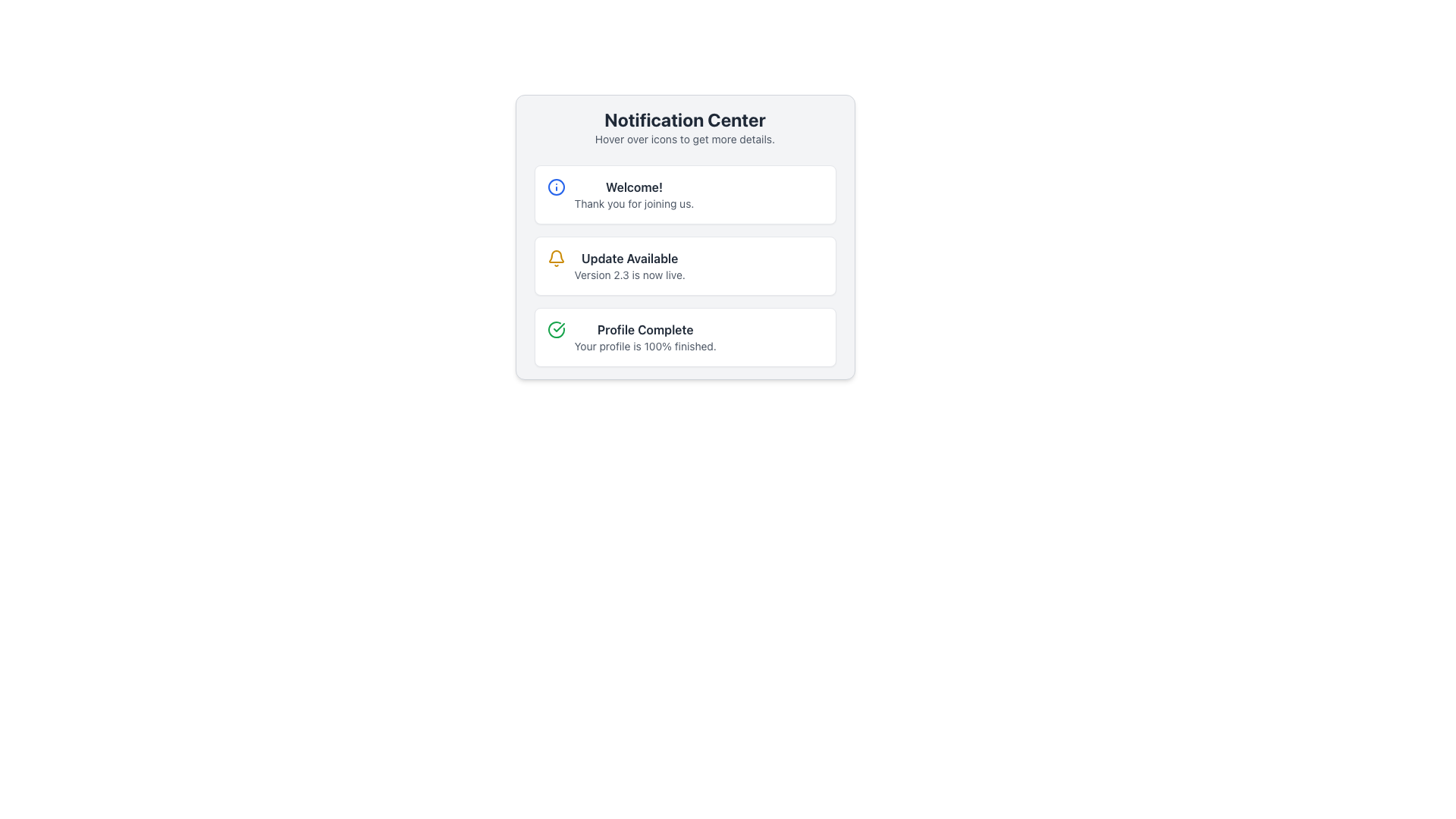  I want to click on the text label displaying 'Welcome!' in a bold, dark gray font within the notification panel, which is positioned at the top-left corner above the text 'Thank you for joining us.', so click(634, 186).